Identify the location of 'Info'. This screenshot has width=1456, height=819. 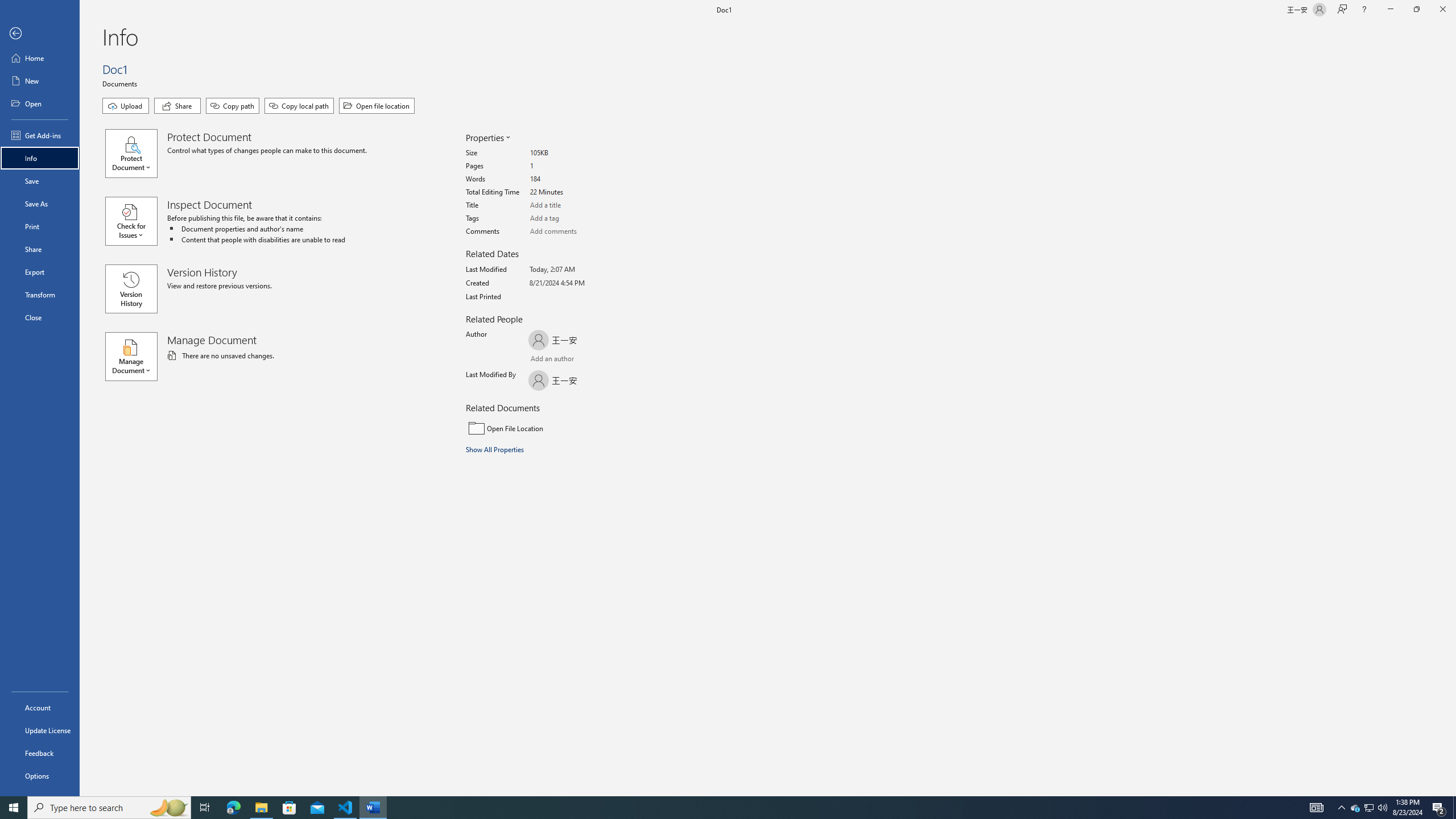
(39, 157).